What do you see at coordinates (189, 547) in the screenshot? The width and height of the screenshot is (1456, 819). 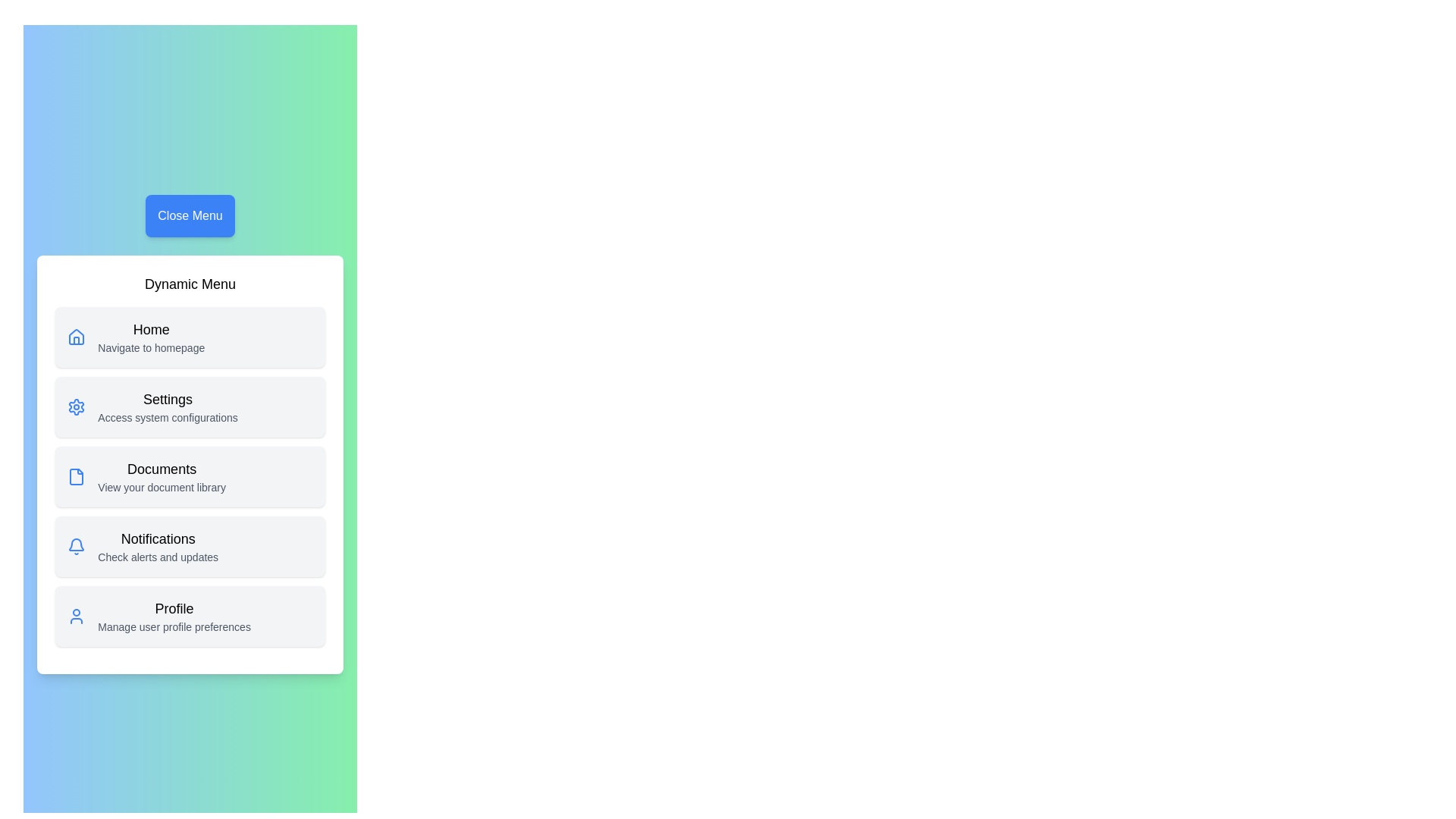 I see `the menu item corresponding to Notifications` at bounding box center [189, 547].